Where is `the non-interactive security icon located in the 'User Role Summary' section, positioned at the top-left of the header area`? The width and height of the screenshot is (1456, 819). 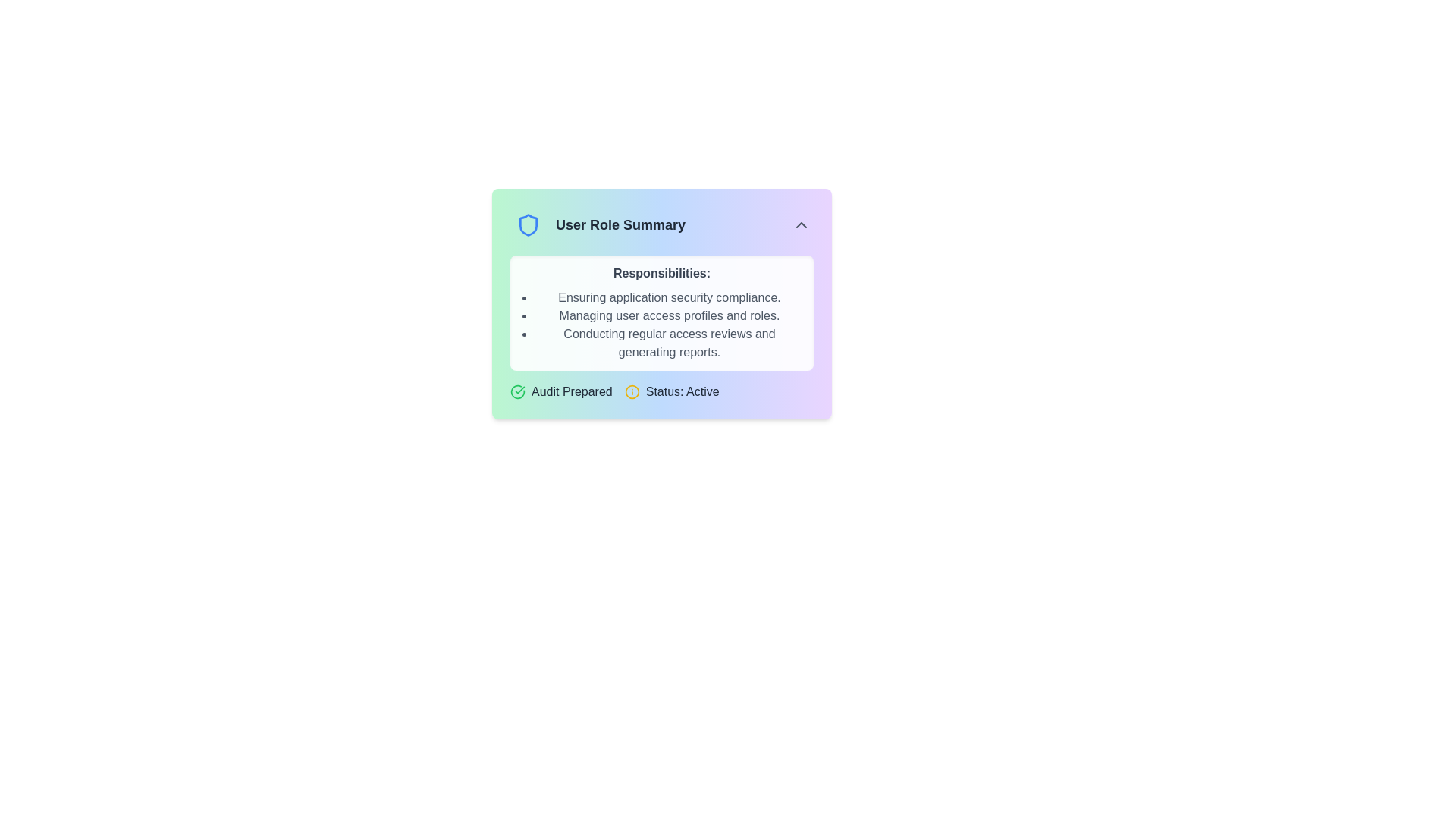 the non-interactive security icon located in the 'User Role Summary' section, positioned at the top-left of the header area is located at coordinates (528, 225).